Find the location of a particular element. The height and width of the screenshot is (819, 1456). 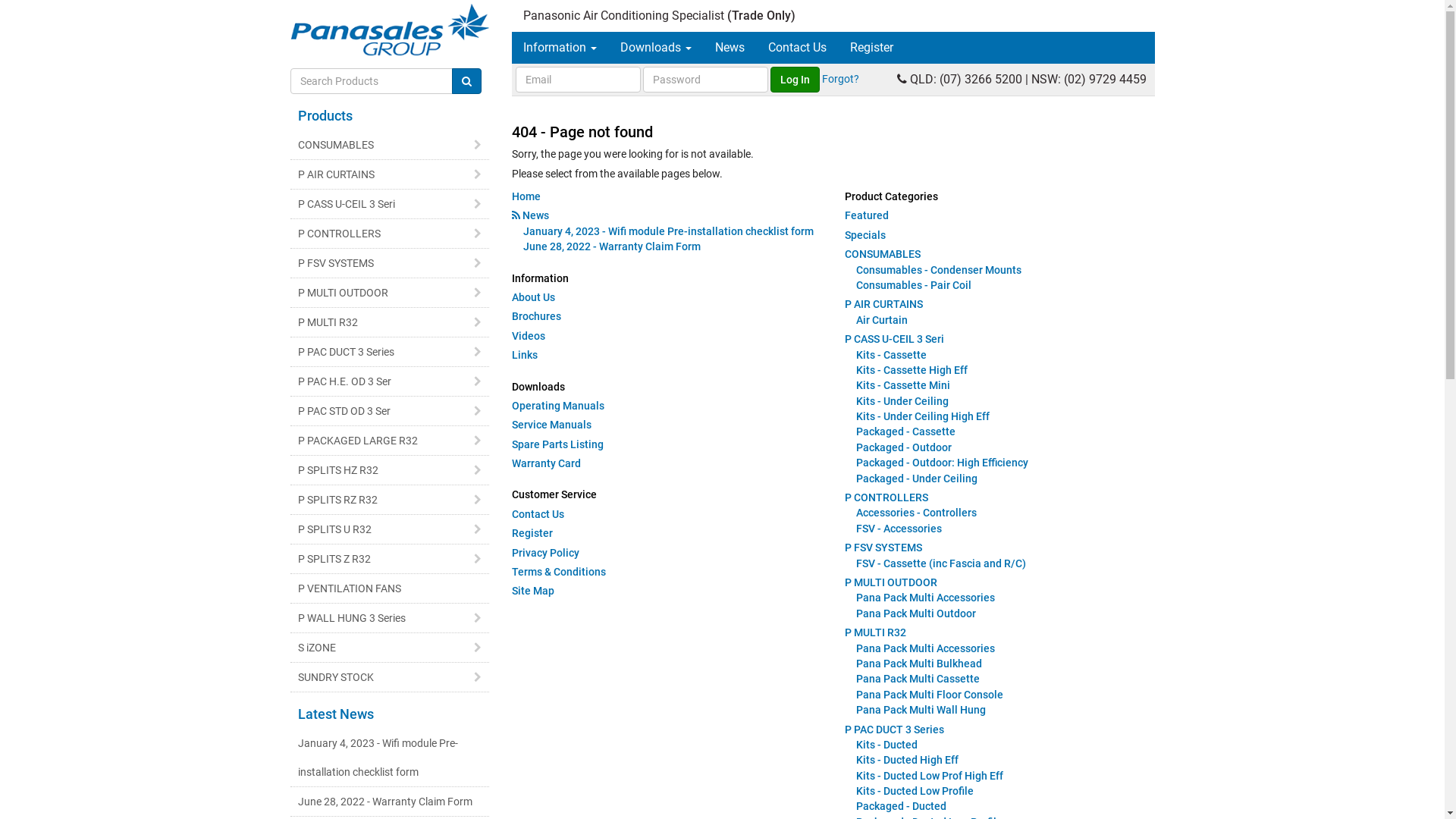

'About Us' is located at coordinates (533, 297).